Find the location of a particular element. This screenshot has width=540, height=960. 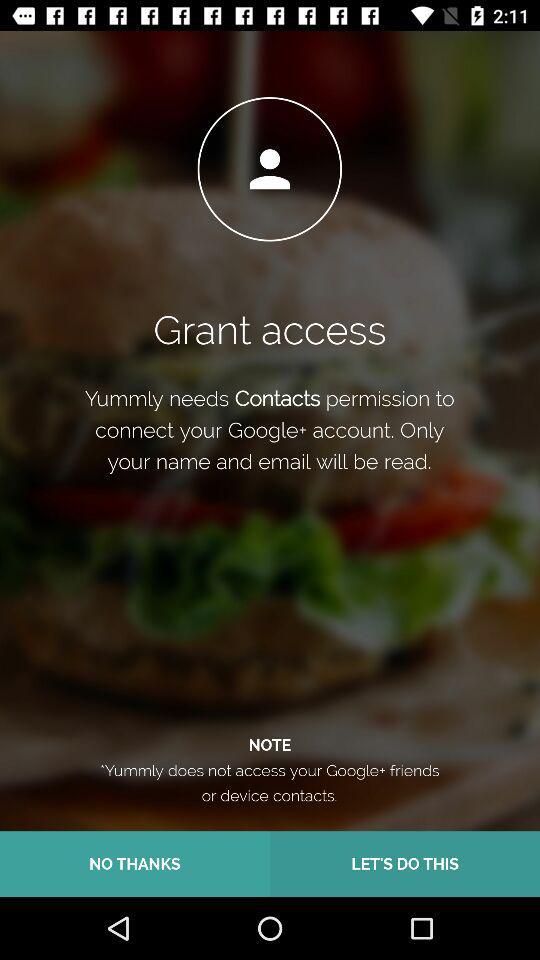

the item to the left of the let s do icon is located at coordinates (135, 863).